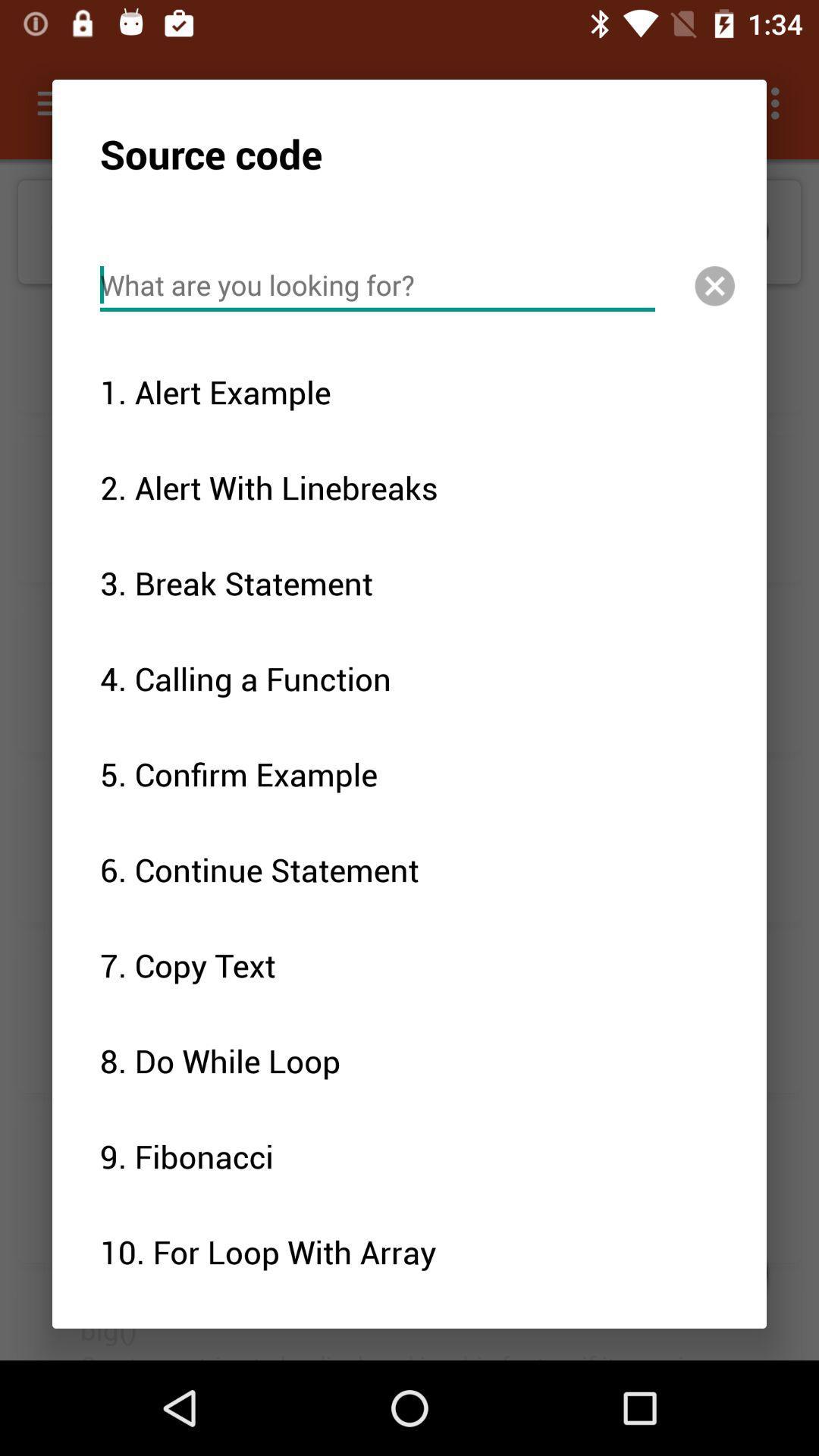  I want to click on the item below the source code icon, so click(376, 285).